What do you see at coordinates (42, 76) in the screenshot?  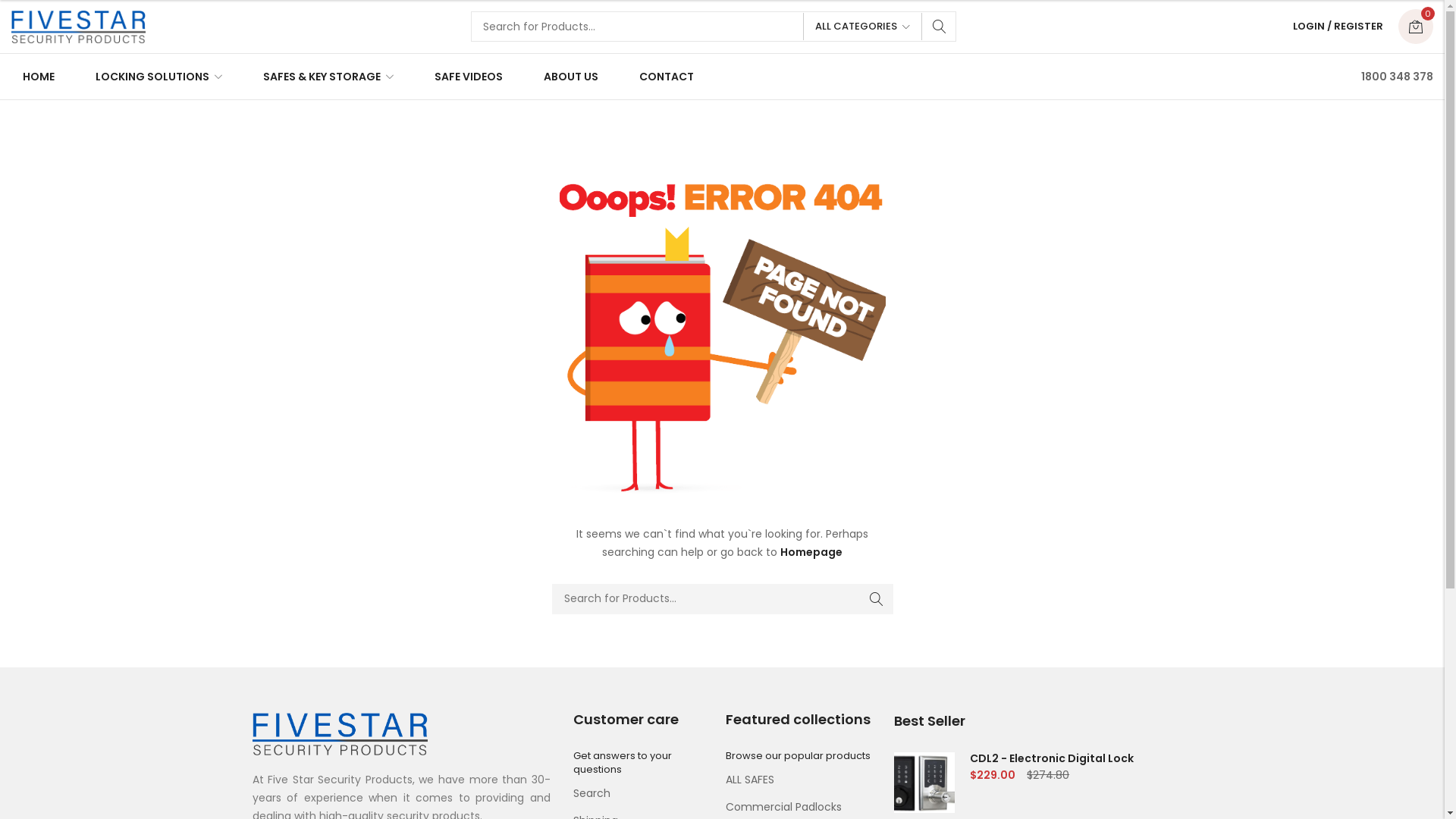 I see `'HOME'` at bounding box center [42, 76].